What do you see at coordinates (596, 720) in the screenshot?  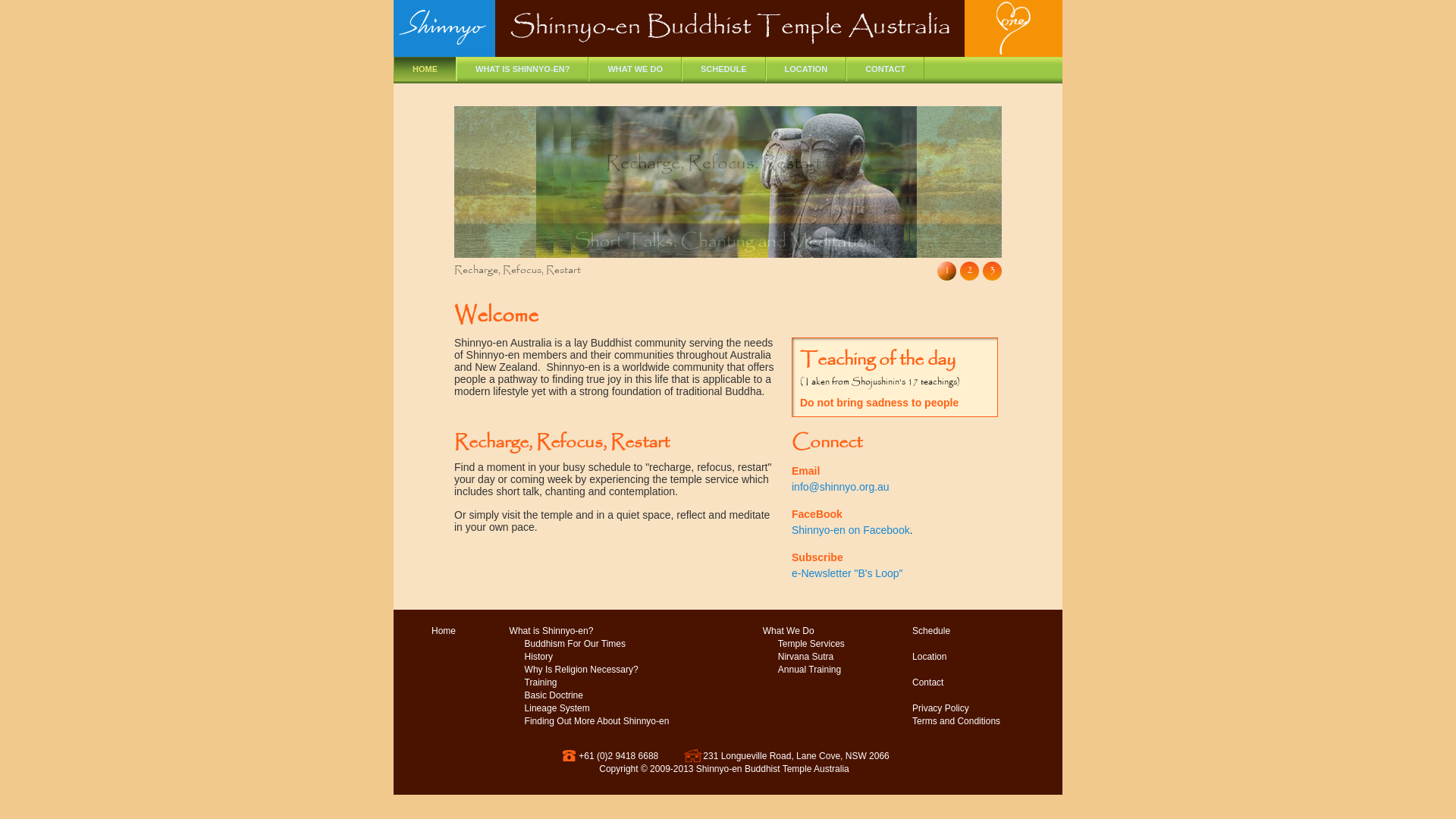 I see `'Finding Out More About Shinnyo-en'` at bounding box center [596, 720].